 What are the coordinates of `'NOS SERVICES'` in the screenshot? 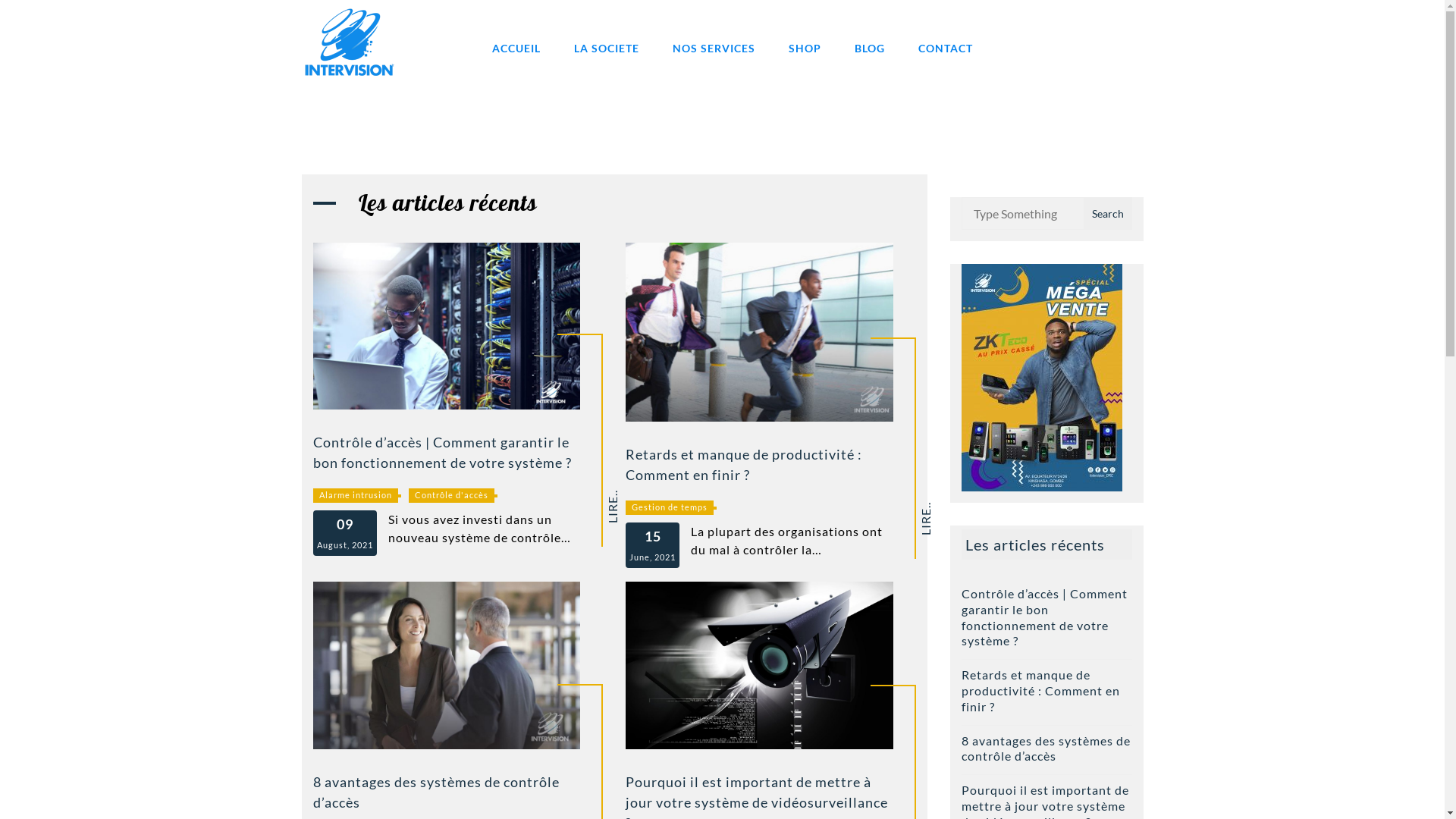 It's located at (712, 47).